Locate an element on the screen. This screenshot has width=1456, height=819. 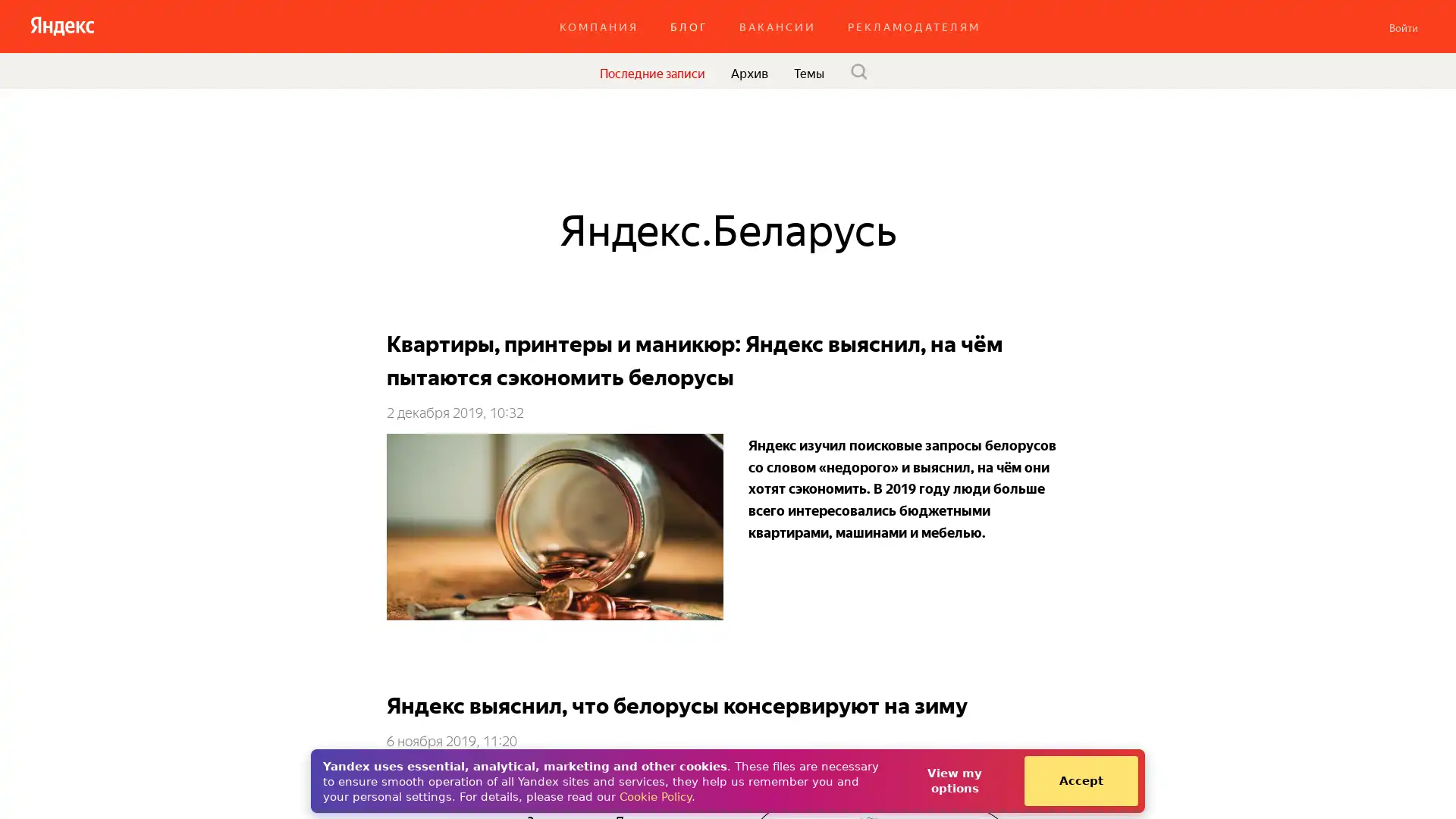
Accept is located at coordinates (1080, 780).